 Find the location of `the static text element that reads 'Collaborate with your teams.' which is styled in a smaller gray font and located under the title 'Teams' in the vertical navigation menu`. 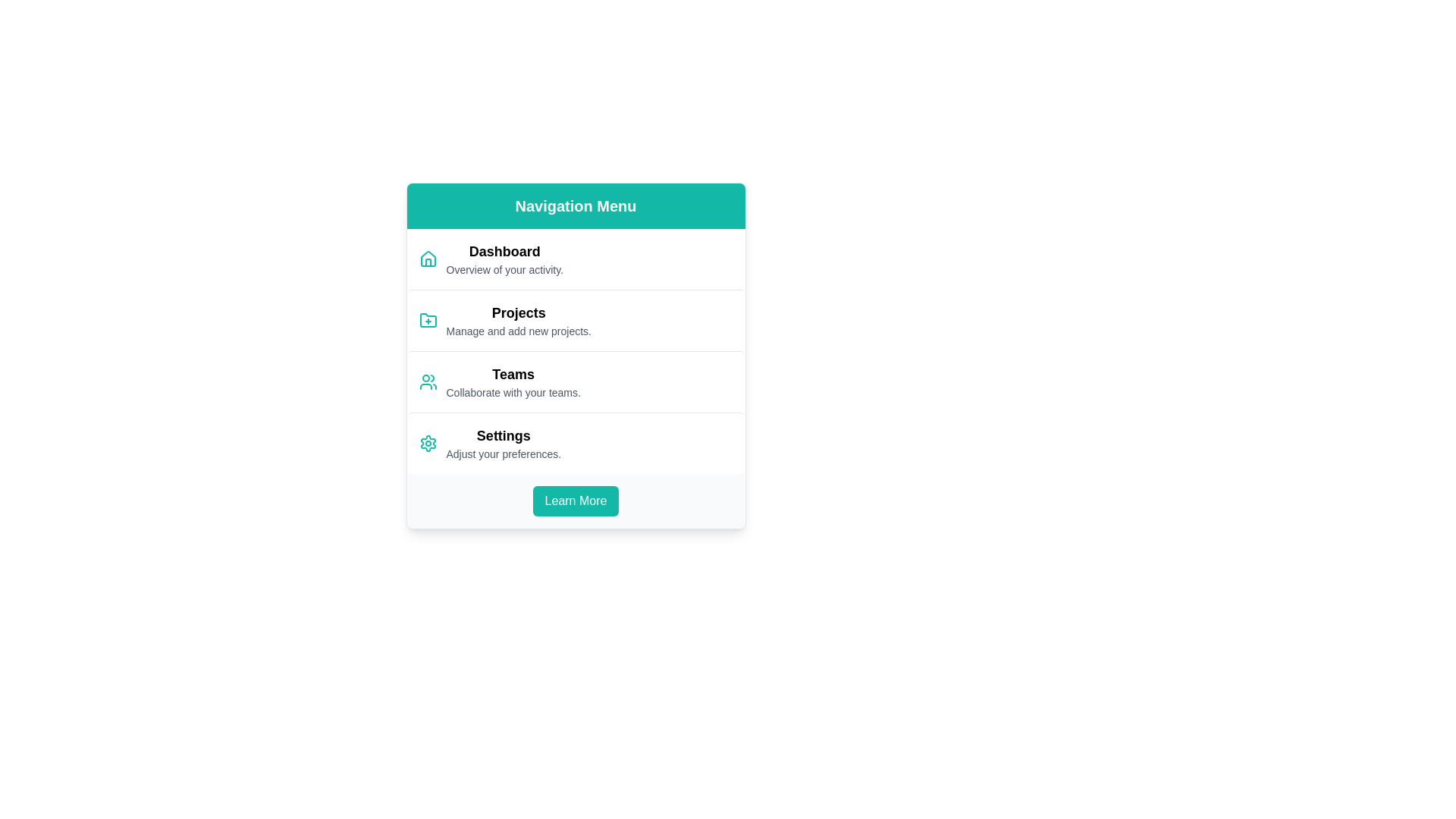

the static text element that reads 'Collaborate with your teams.' which is styled in a smaller gray font and located under the title 'Teams' in the vertical navigation menu is located at coordinates (513, 391).